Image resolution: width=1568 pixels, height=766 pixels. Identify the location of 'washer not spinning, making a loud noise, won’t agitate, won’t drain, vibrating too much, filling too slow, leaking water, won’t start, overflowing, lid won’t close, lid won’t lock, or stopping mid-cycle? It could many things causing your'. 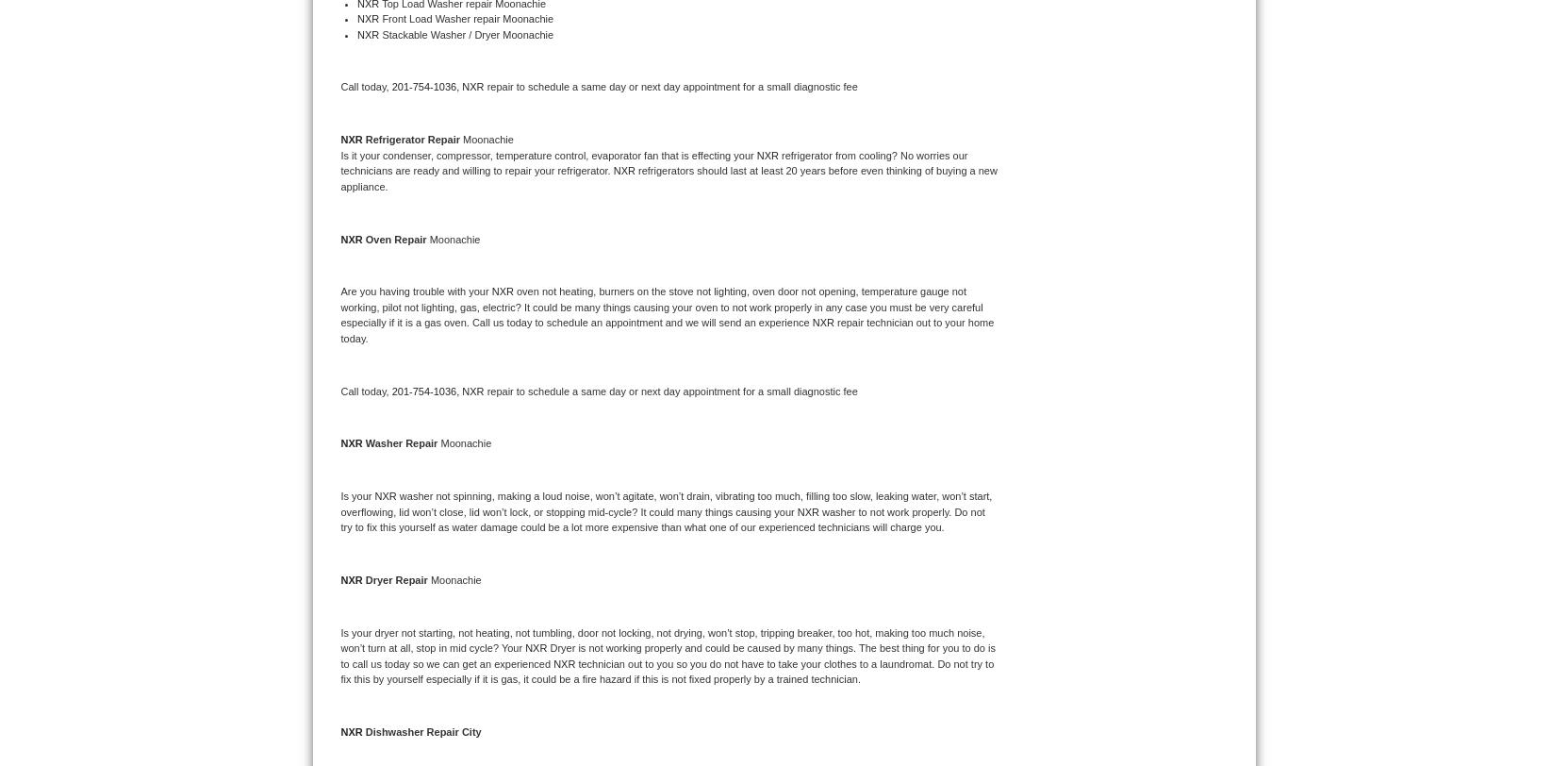
(667, 503).